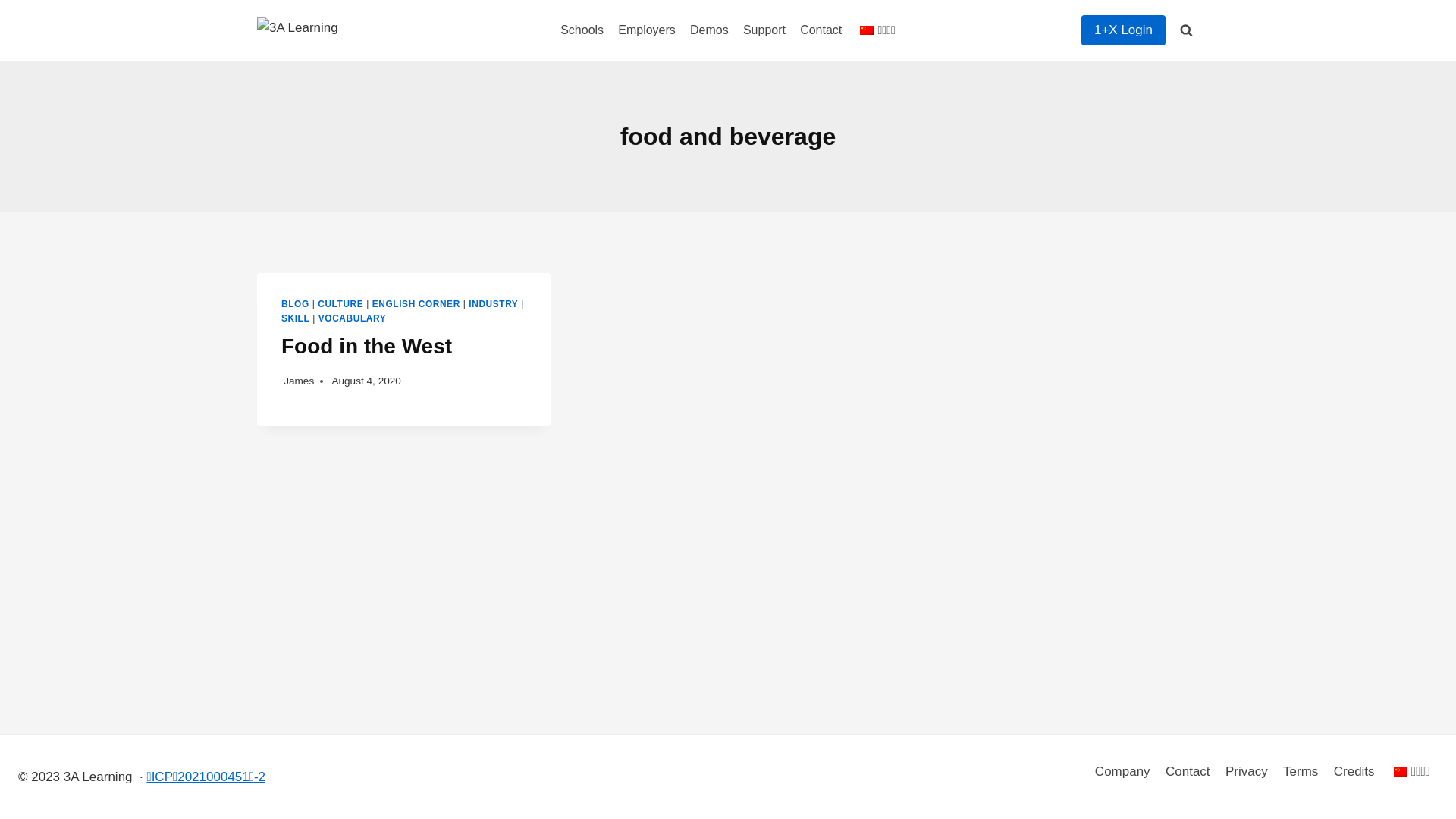 The width and height of the screenshot is (1456, 819). Describe the element at coordinates (351, 318) in the screenshot. I see `'VOCABULARY'` at that location.